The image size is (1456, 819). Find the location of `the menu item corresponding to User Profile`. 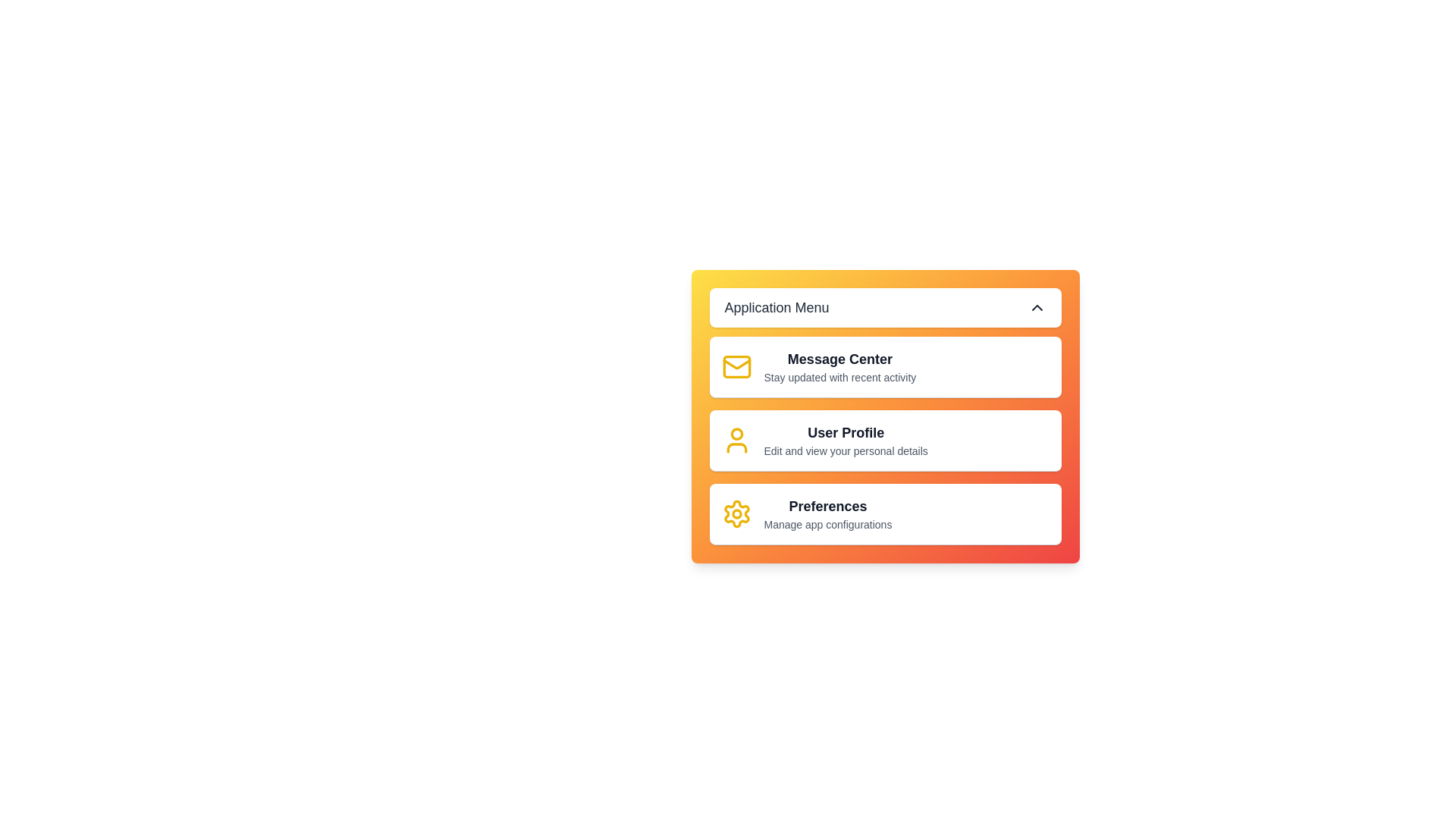

the menu item corresponding to User Profile is located at coordinates (885, 441).